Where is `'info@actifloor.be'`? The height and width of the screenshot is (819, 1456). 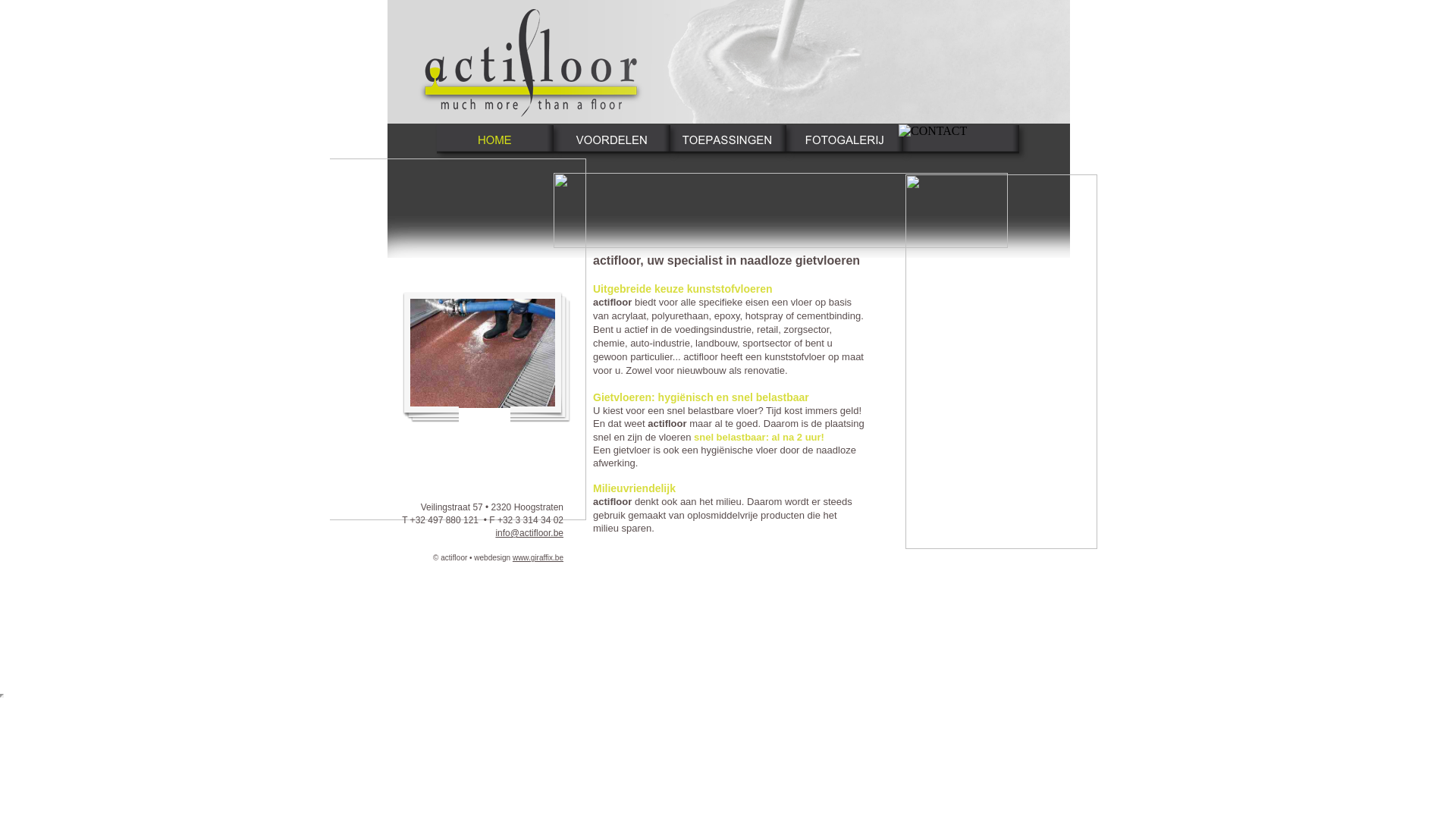
'info@actifloor.be' is located at coordinates (529, 532).